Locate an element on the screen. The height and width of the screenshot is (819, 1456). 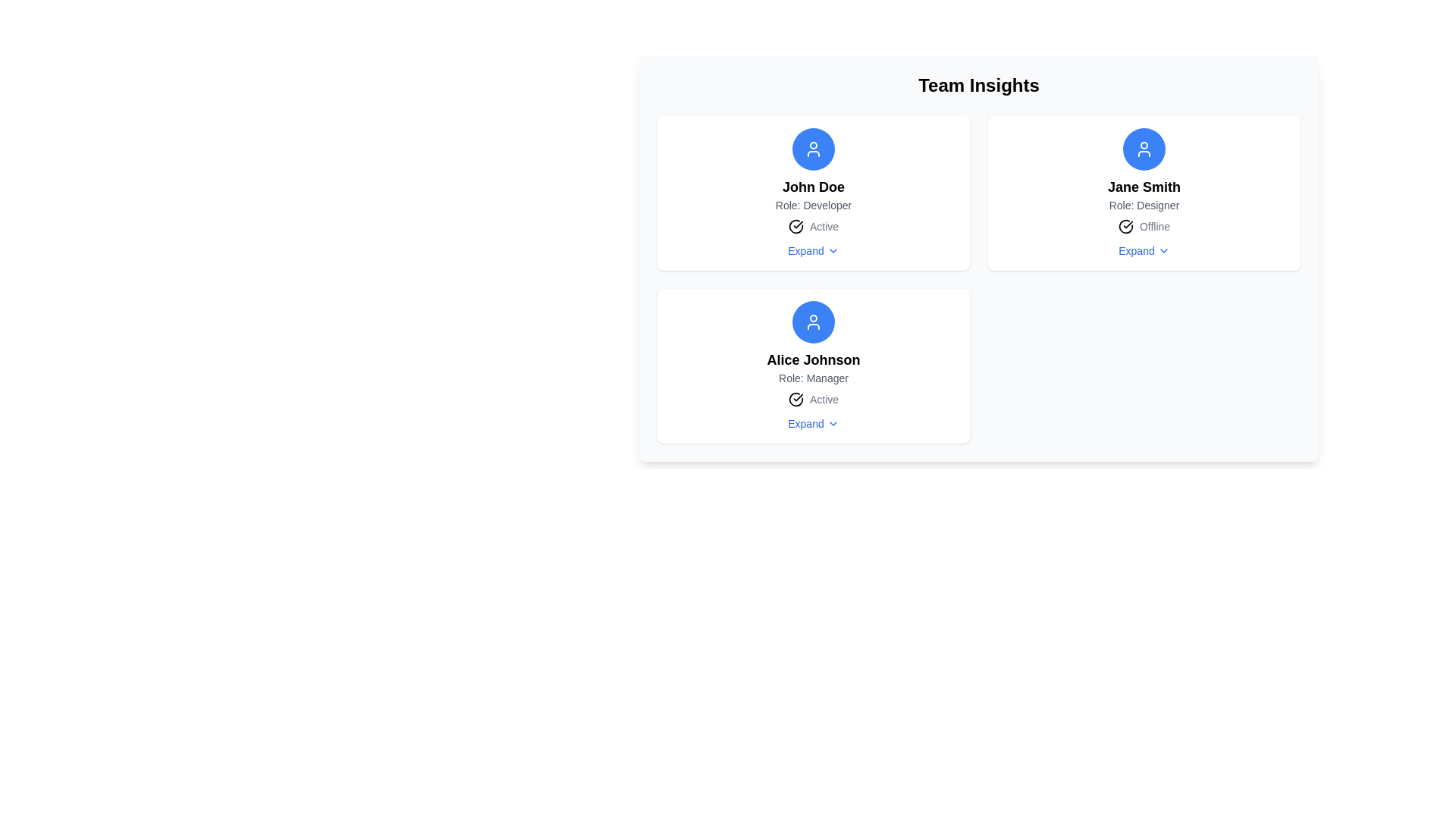
the 'Active' status text label associated with the member John Doe, which is positioned in the card layout to the right of the status icon is located at coordinates (823, 227).